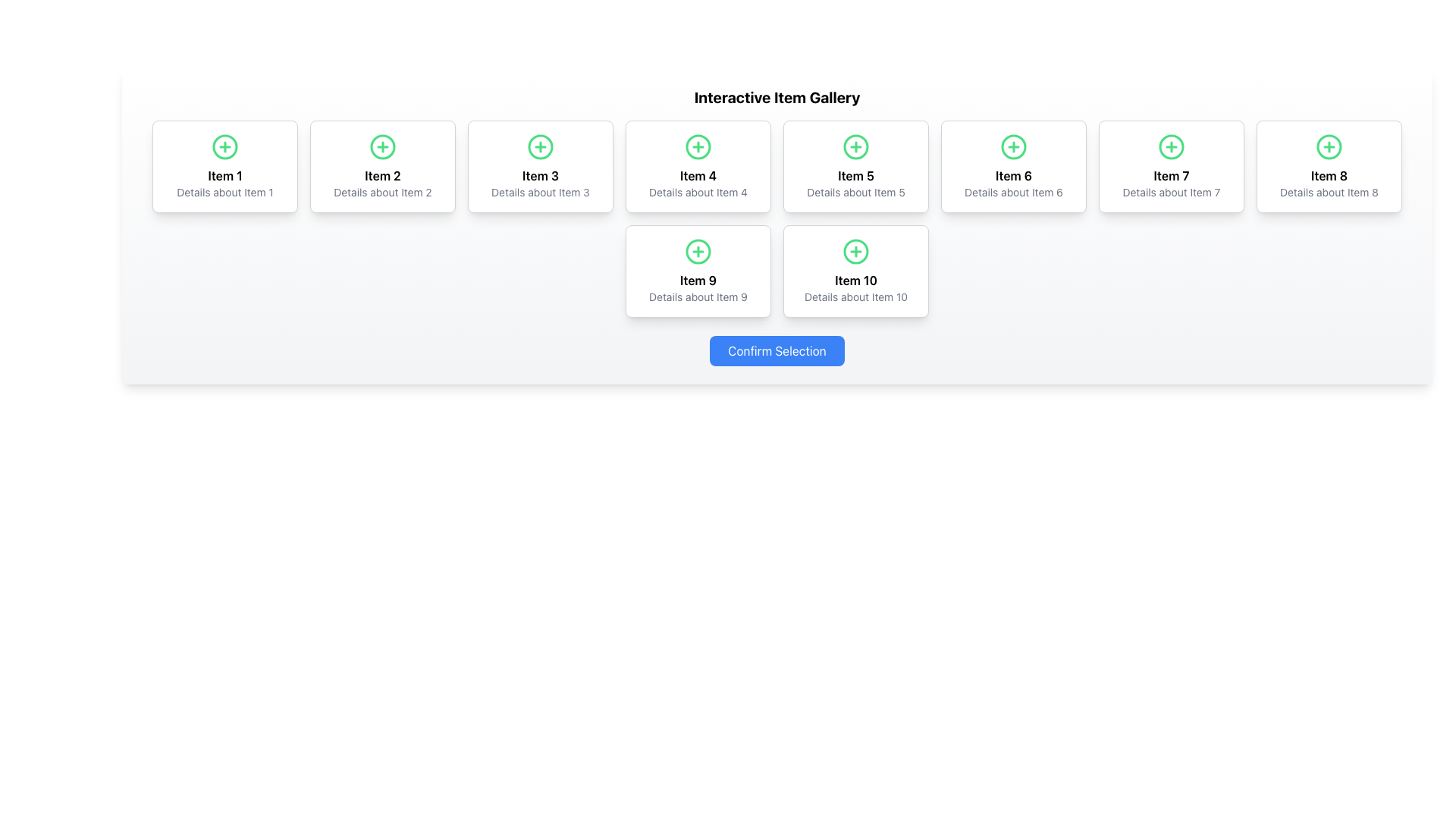 The width and height of the screenshot is (1456, 819). Describe the element at coordinates (541, 146) in the screenshot. I see `the circular green outlined button with a plus sign located at the top center of the 'Item 3' card` at that location.